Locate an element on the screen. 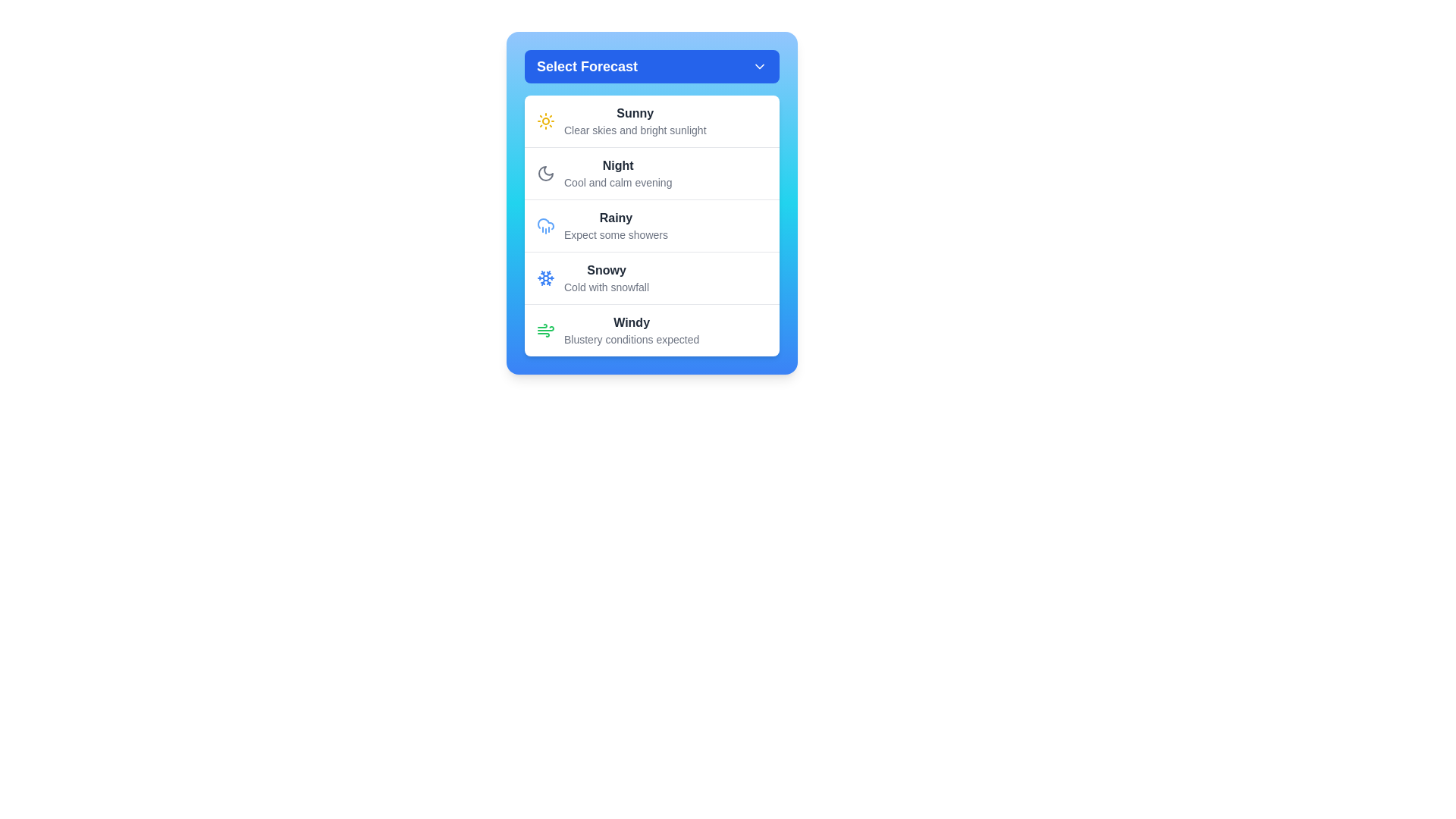  the small, cloud-shaped icon with rain droplets beneath it, which represents the 'Rainy' weather option in the weather selection menu, for related interactions is located at coordinates (546, 225).